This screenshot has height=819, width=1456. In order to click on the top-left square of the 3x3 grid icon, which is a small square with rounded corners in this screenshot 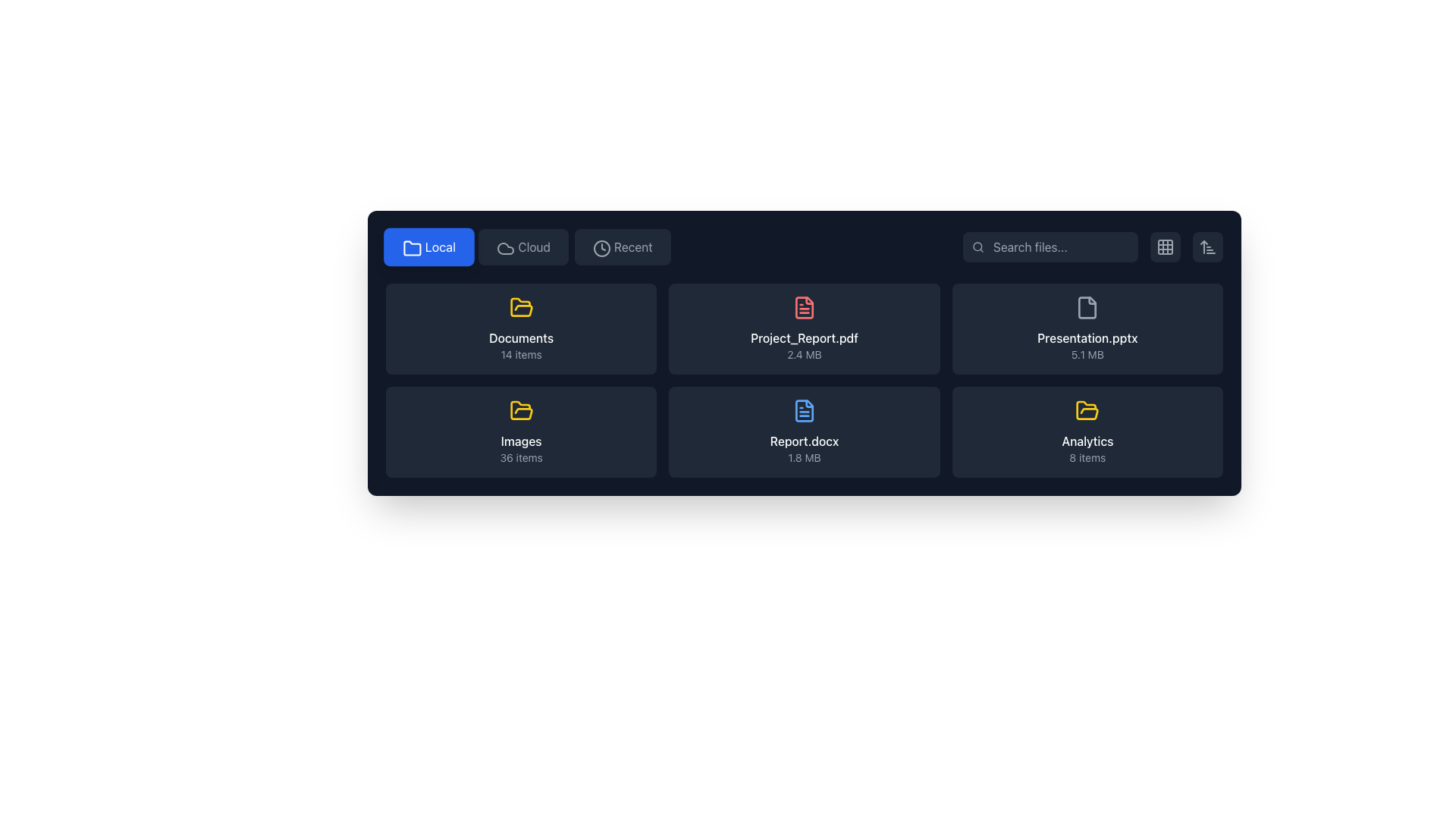, I will do `click(1164, 246)`.